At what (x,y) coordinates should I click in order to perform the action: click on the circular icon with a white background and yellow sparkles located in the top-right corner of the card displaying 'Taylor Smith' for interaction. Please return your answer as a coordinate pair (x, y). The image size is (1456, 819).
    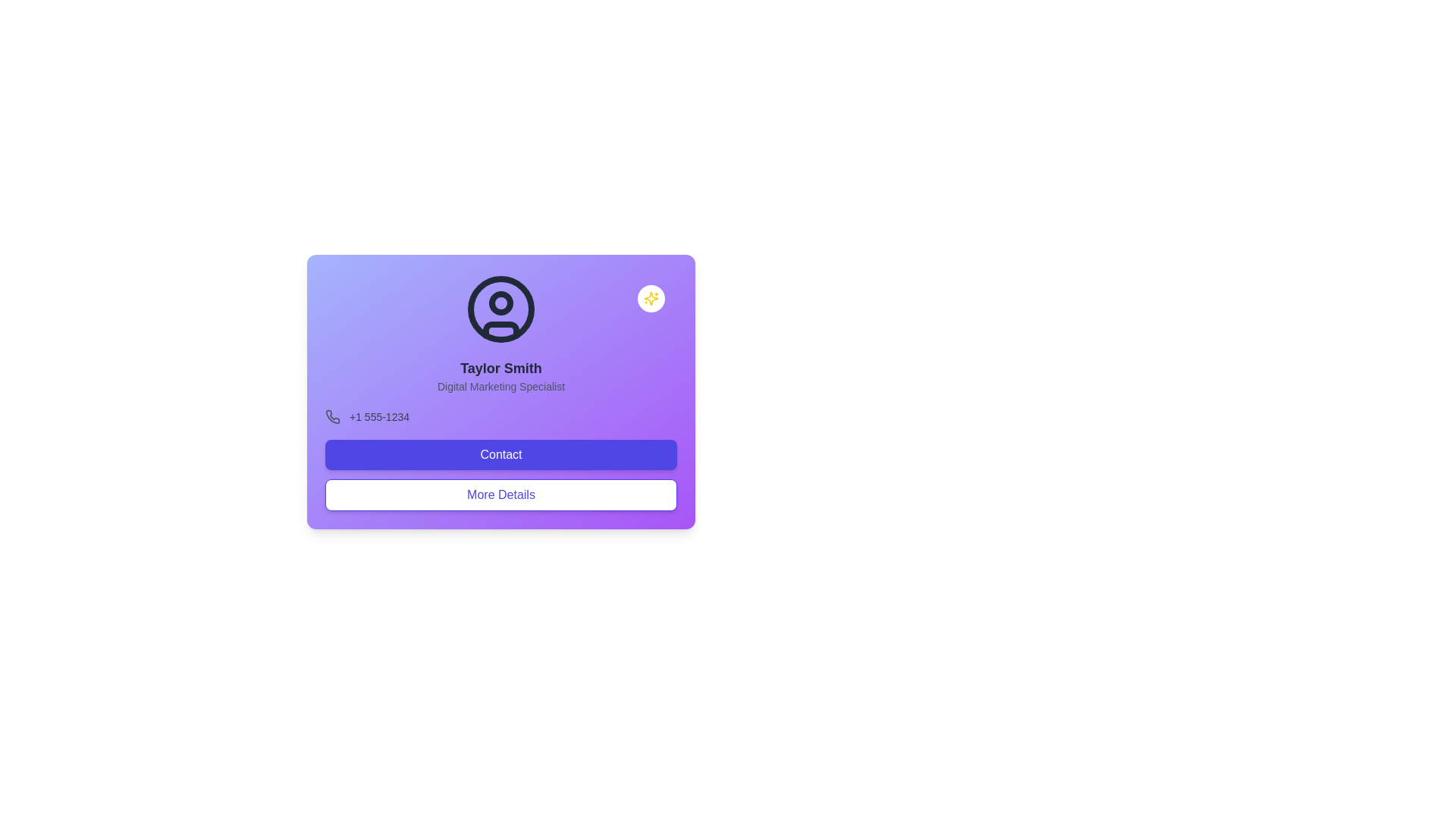
    Looking at the image, I should click on (651, 298).